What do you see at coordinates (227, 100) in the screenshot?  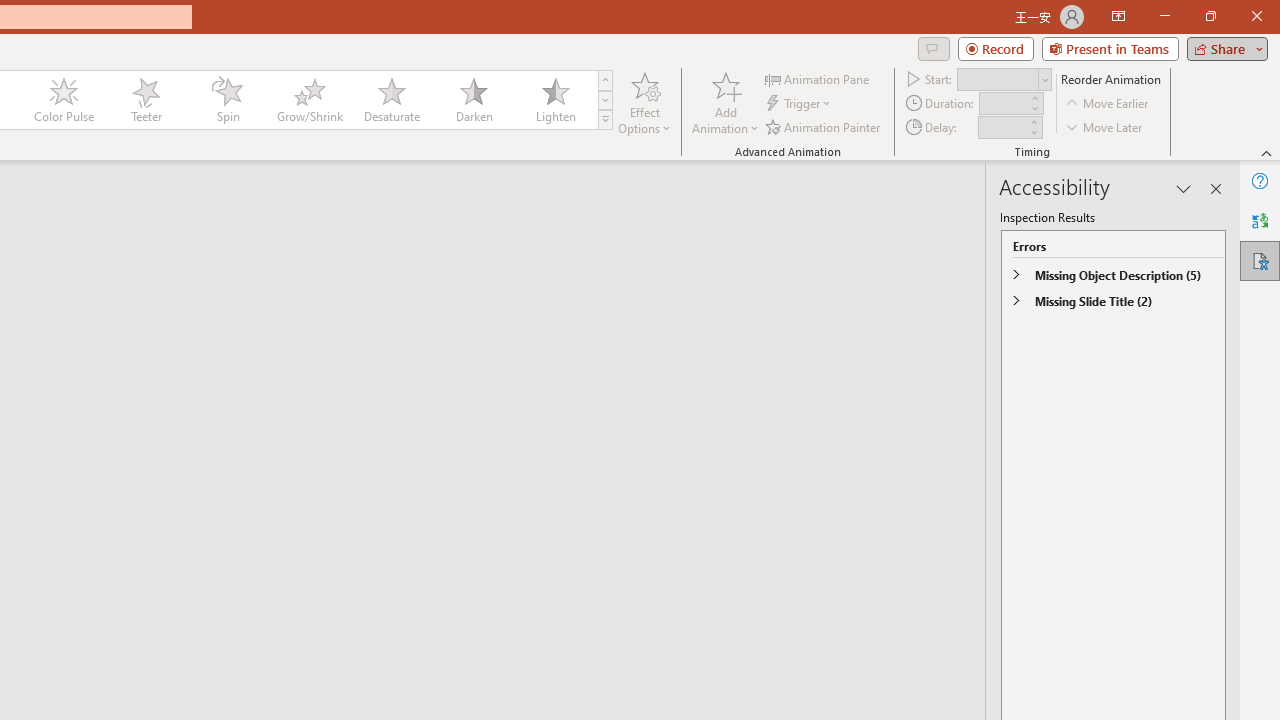 I see `'Spin'` at bounding box center [227, 100].